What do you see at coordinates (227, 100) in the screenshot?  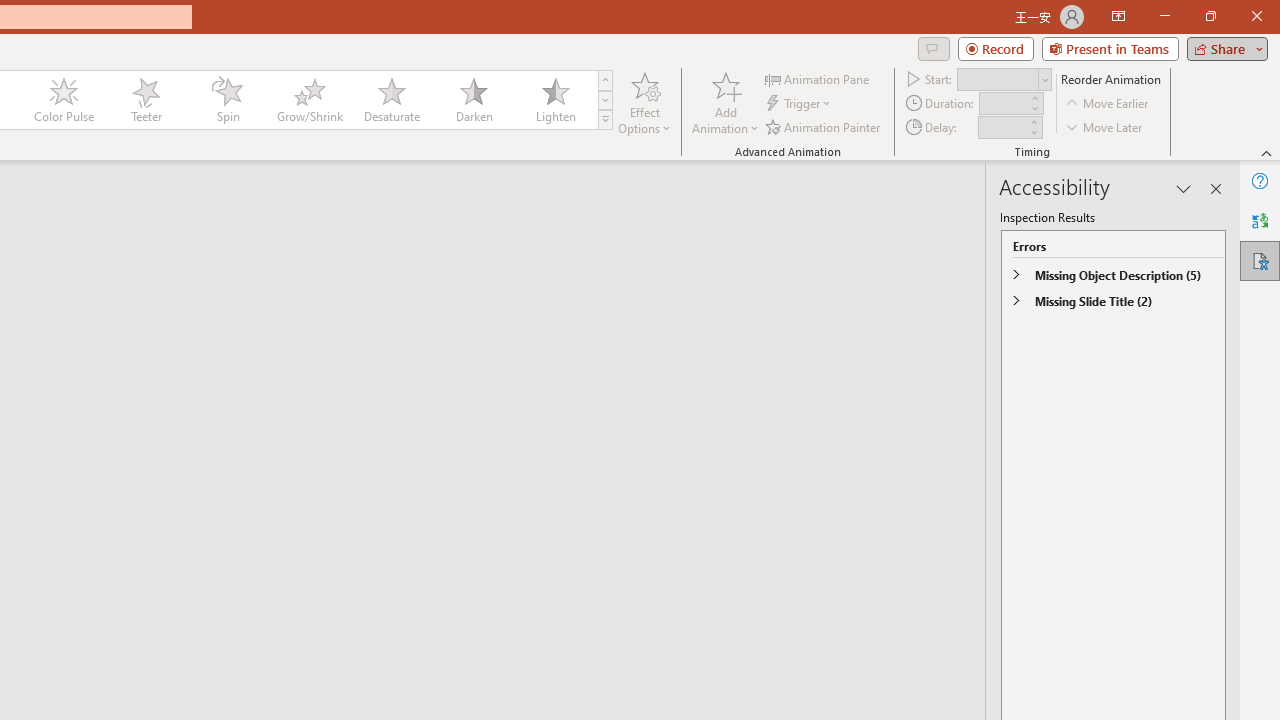 I see `'Spin'` at bounding box center [227, 100].